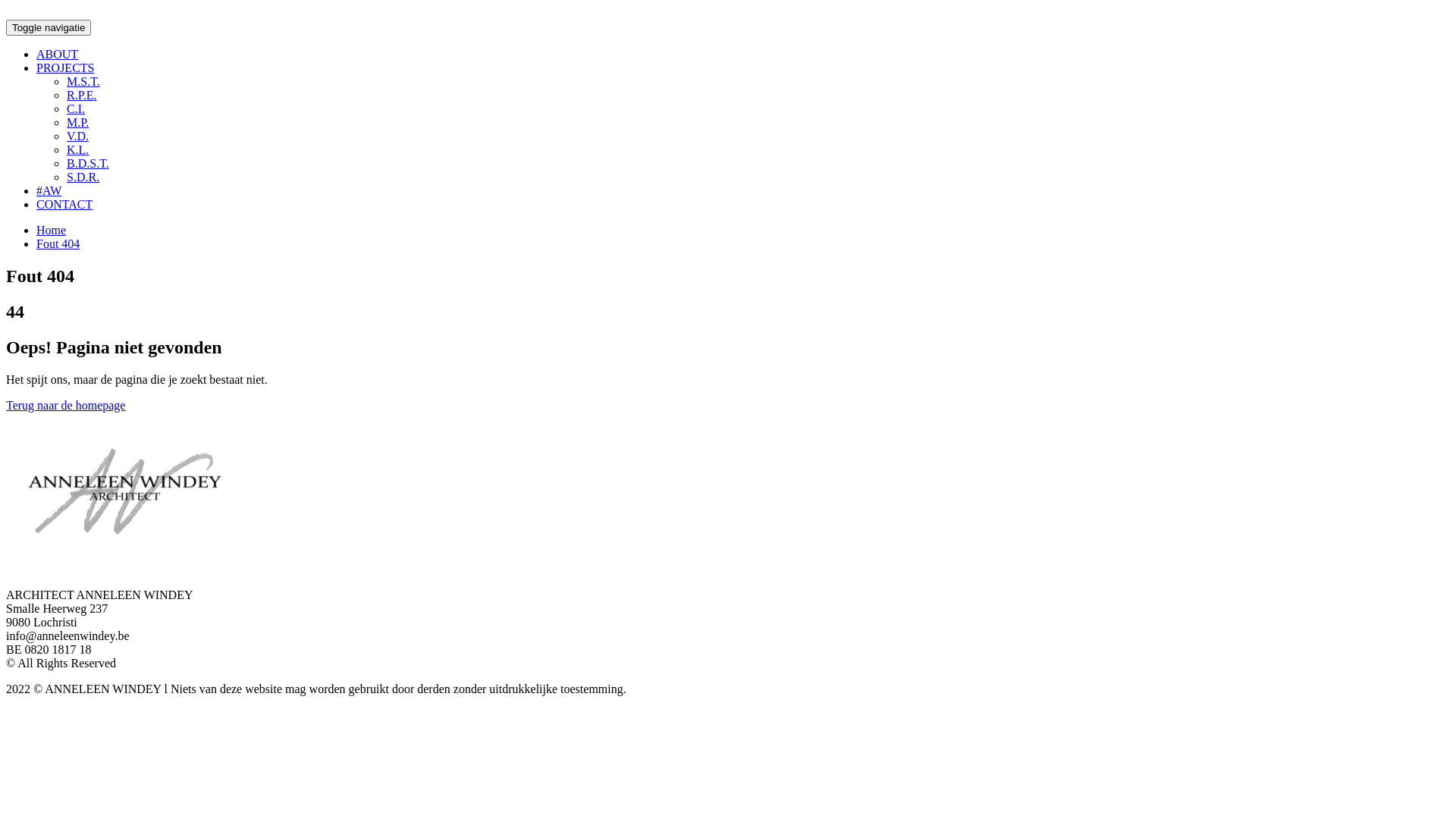  What do you see at coordinates (64, 404) in the screenshot?
I see `'Terug naar de homepage'` at bounding box center [64, 404].